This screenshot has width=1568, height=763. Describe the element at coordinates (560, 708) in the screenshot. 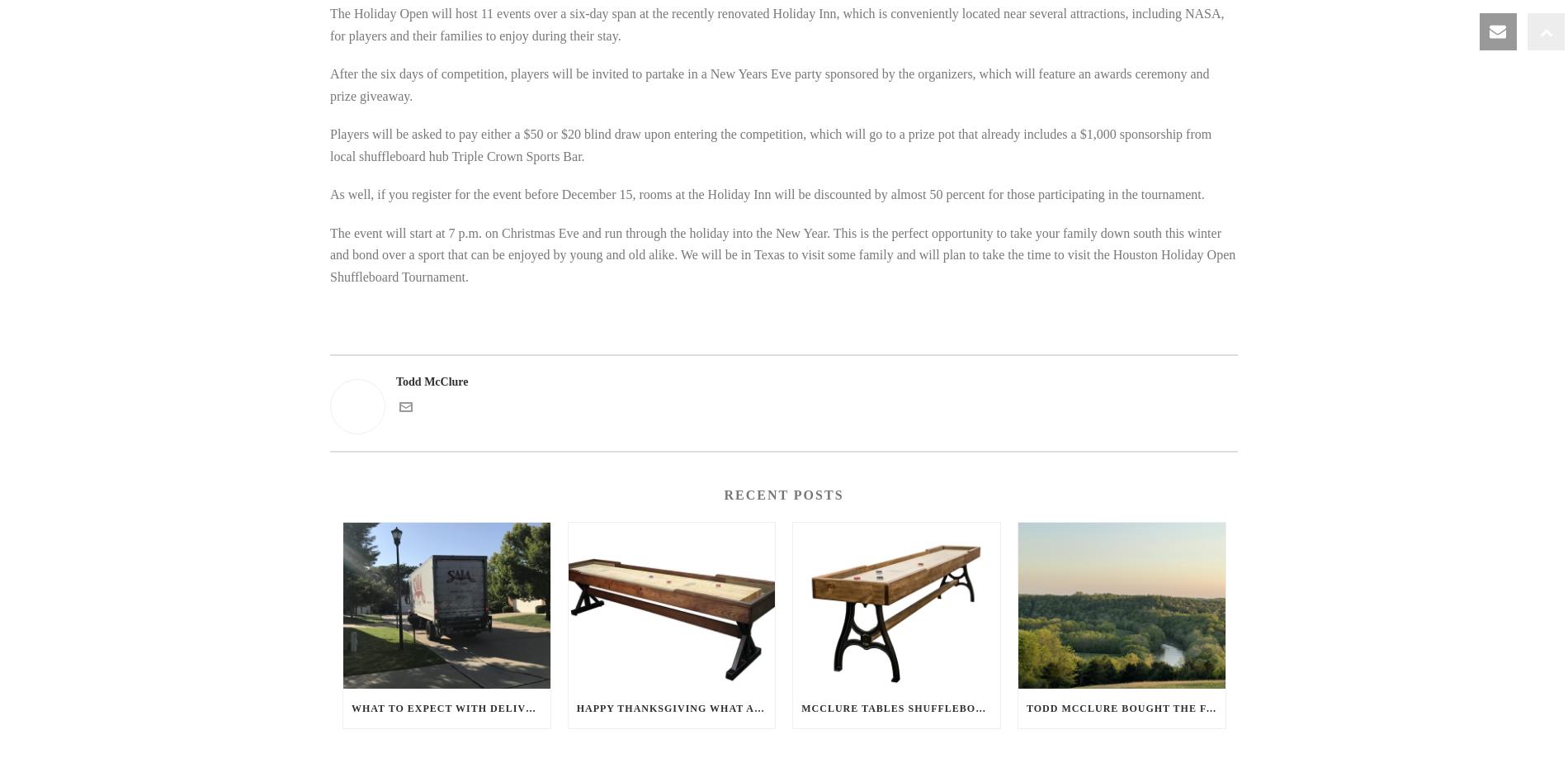

I see `'What to expect with delivery of your new Shuffleboard Table.'` at that location.